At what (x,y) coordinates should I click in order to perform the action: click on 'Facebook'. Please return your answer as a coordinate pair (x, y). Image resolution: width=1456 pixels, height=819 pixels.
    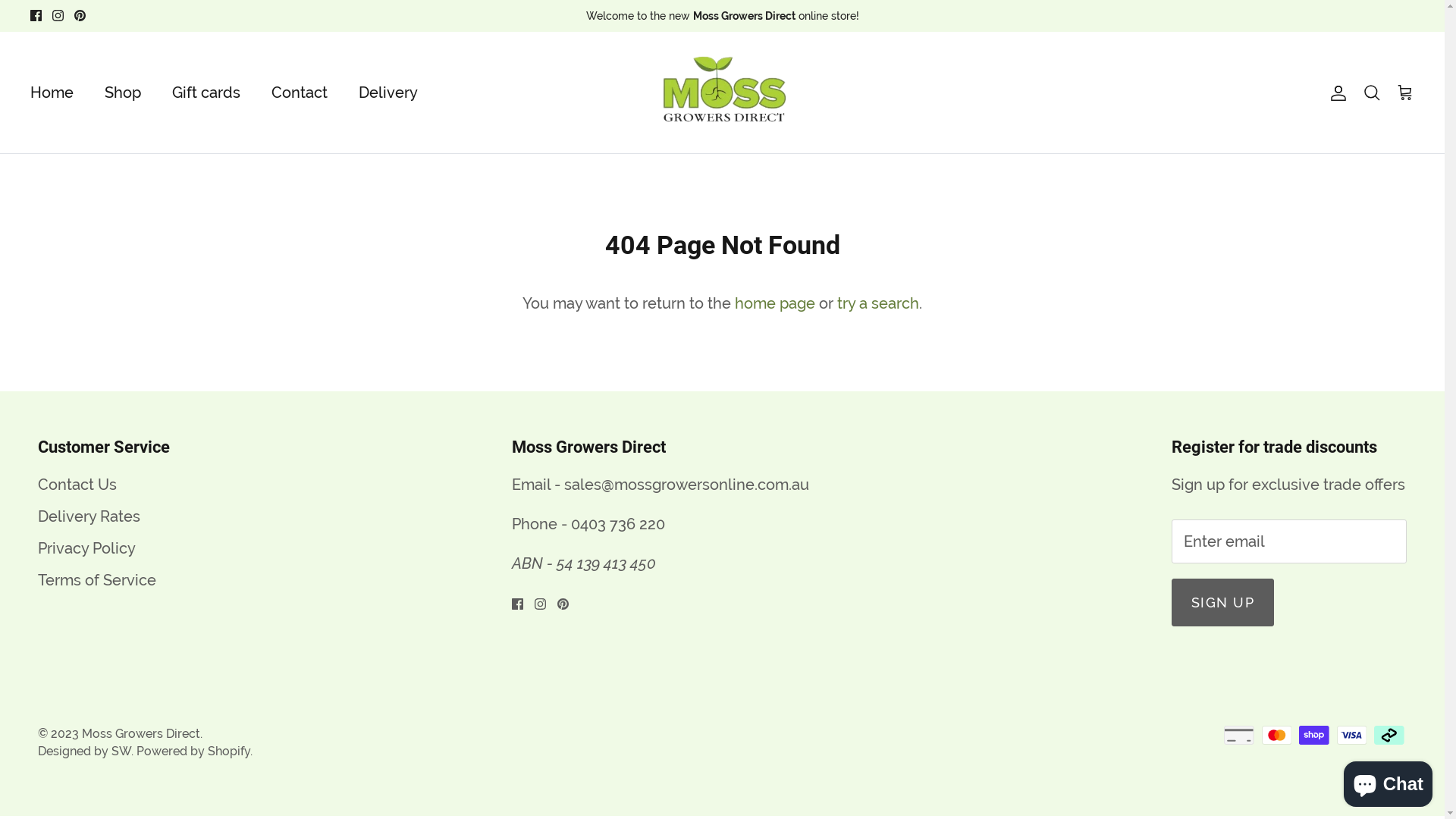
    Looking at the image, I should click on (516, 603).